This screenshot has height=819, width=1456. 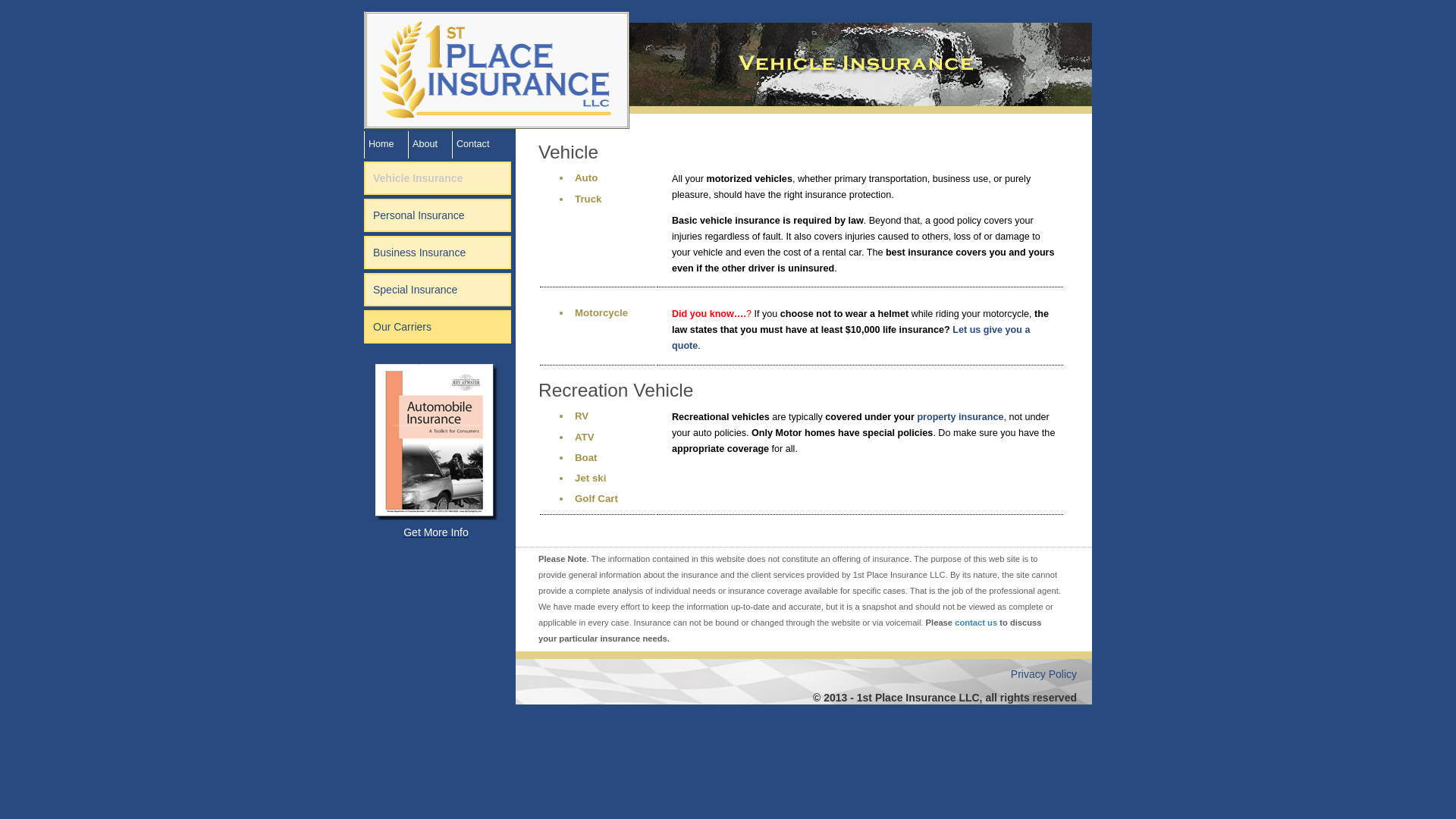 I want to click on 'About', so click(x=425, y=143).